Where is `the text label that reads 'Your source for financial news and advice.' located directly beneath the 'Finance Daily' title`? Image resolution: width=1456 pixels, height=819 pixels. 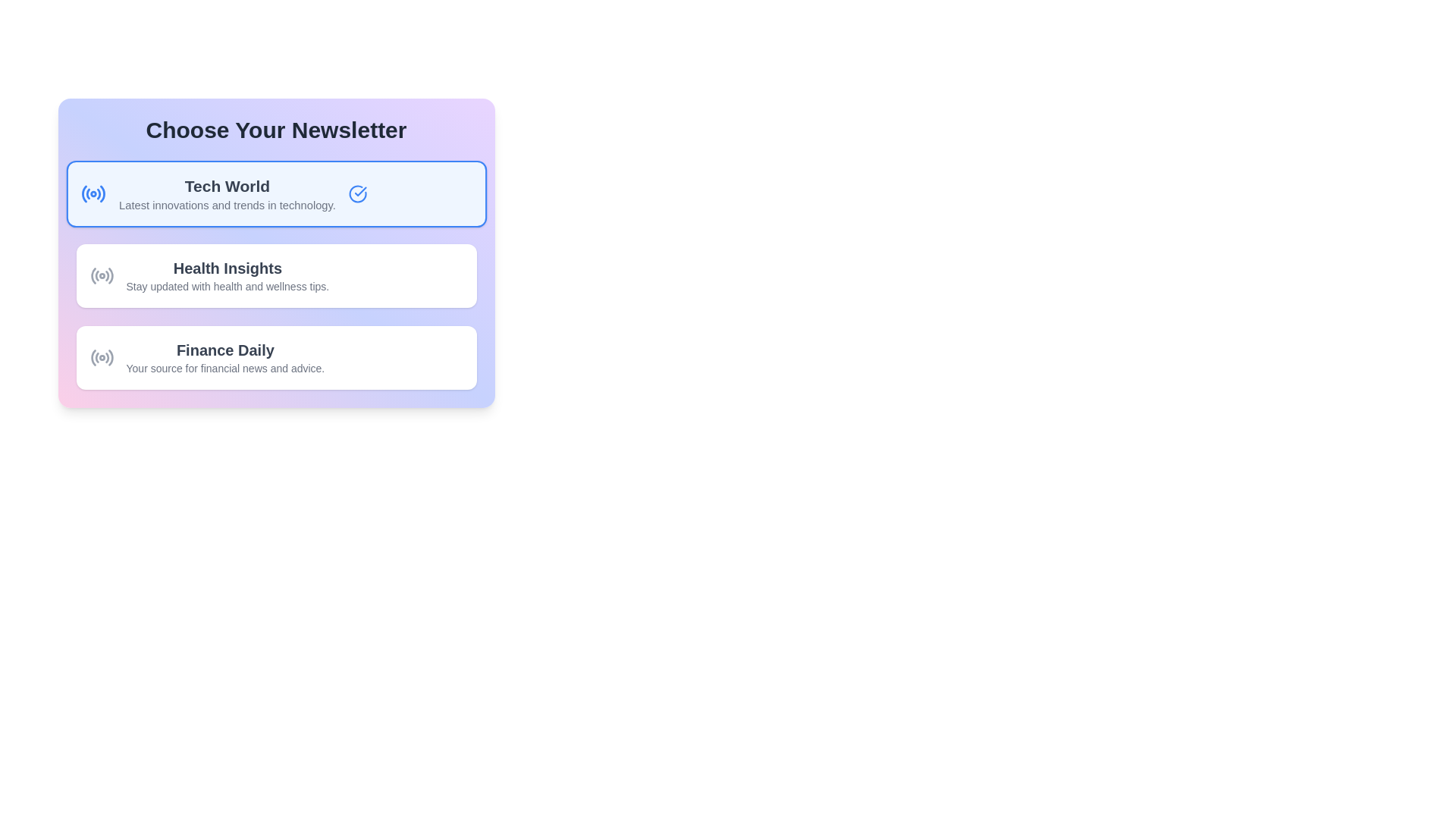 the text label that reads 'Your source for financial news and advice.' located directly beneath the 'Finance Daily' title is located at coordinates (224, 369).